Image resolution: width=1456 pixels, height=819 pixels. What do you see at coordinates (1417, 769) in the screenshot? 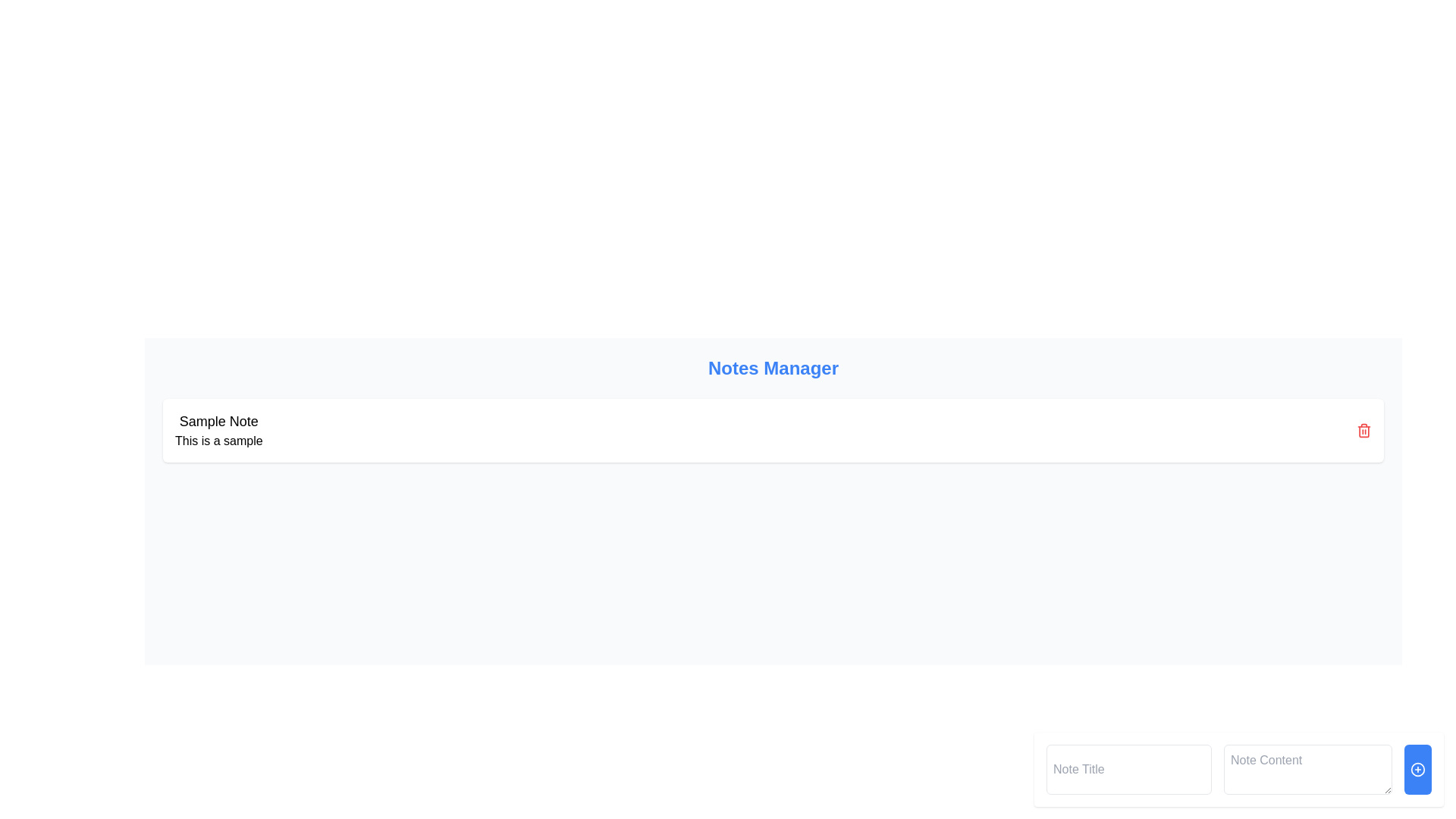
I see `the button containing the circular icon element` at bounding box center [1417, 769].